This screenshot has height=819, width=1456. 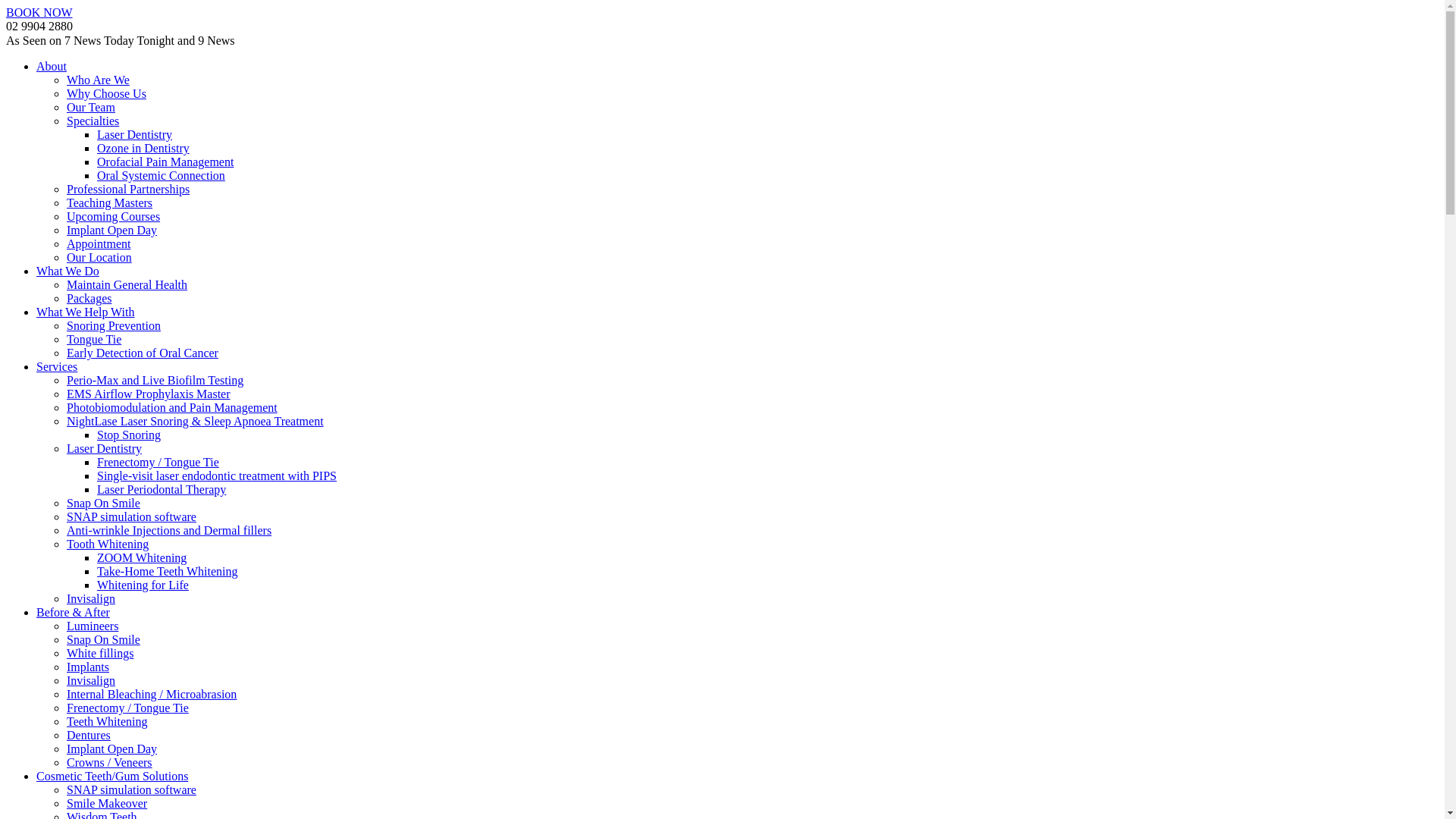 What do you see at coordinates (39, 26) in the screenshot?
I see `'02 9904 2880'` at bounding box center [39, 26].